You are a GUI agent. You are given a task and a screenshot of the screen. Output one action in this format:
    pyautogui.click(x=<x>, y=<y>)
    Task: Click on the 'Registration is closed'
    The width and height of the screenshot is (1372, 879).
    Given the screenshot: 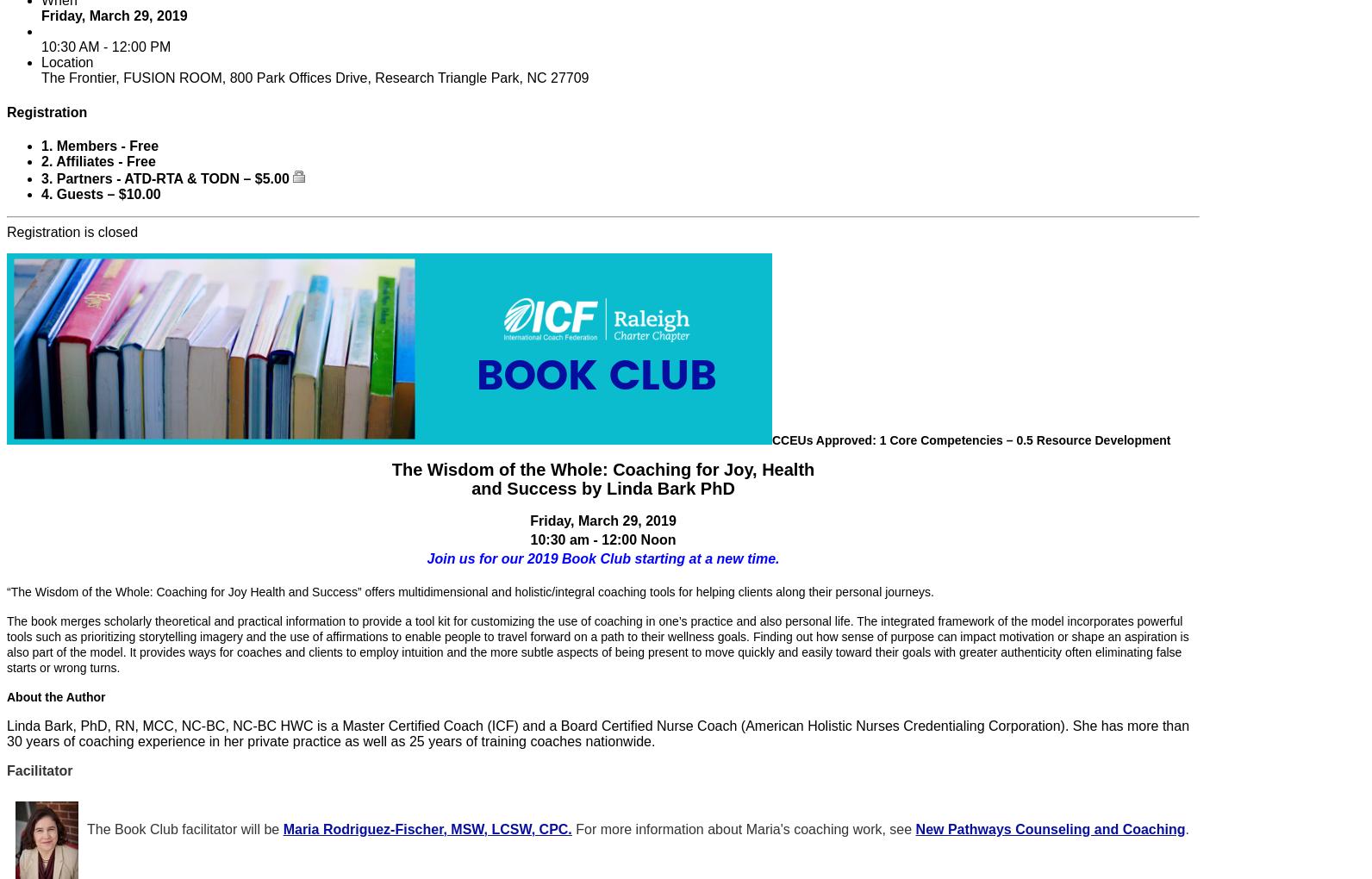 What is the action you would take?
    pyautogui.click(x=6, y=230)
    